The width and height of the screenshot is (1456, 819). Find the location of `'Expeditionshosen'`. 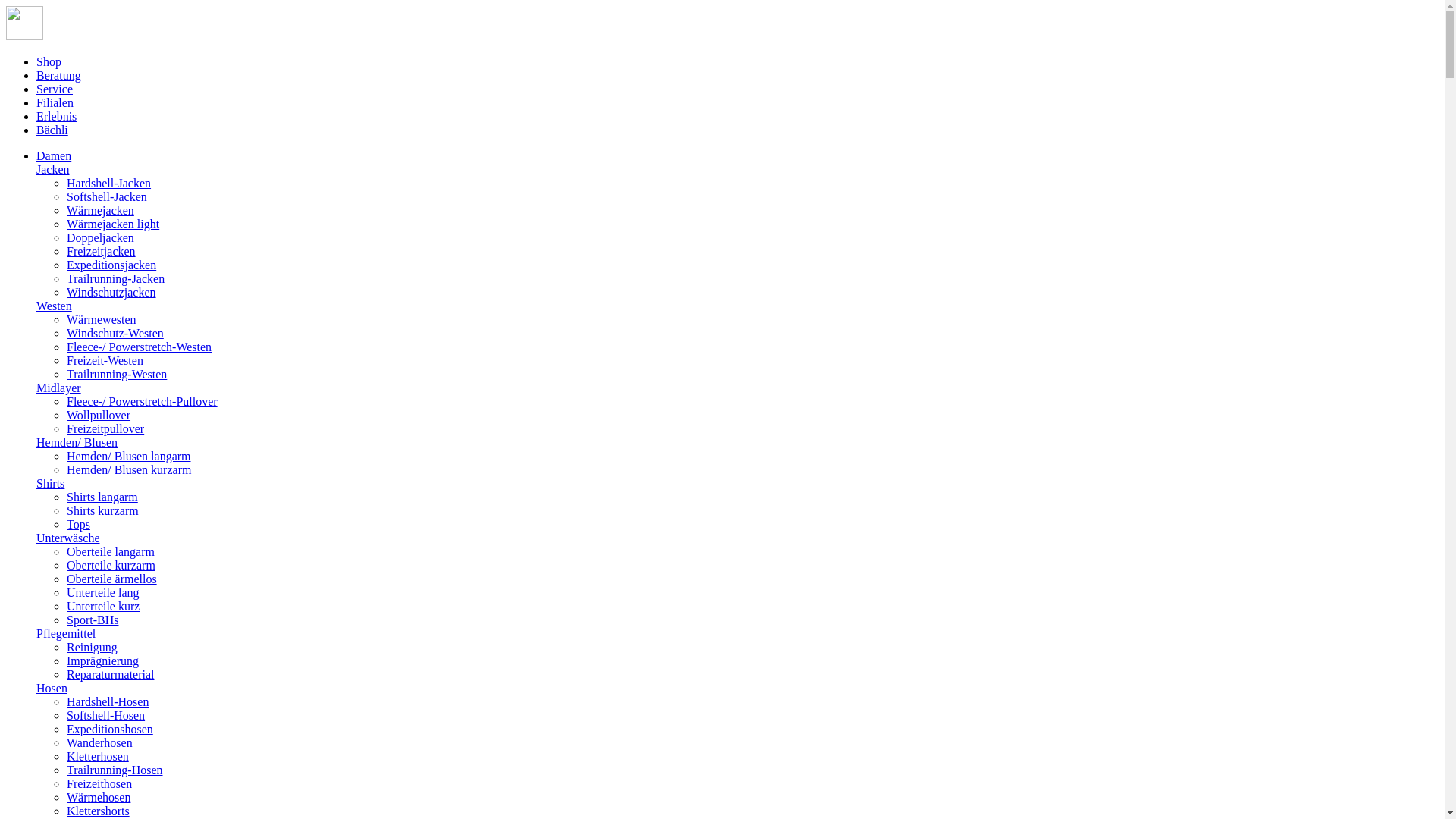

'Expeditionshosen' is located at coordinates (108, 728).